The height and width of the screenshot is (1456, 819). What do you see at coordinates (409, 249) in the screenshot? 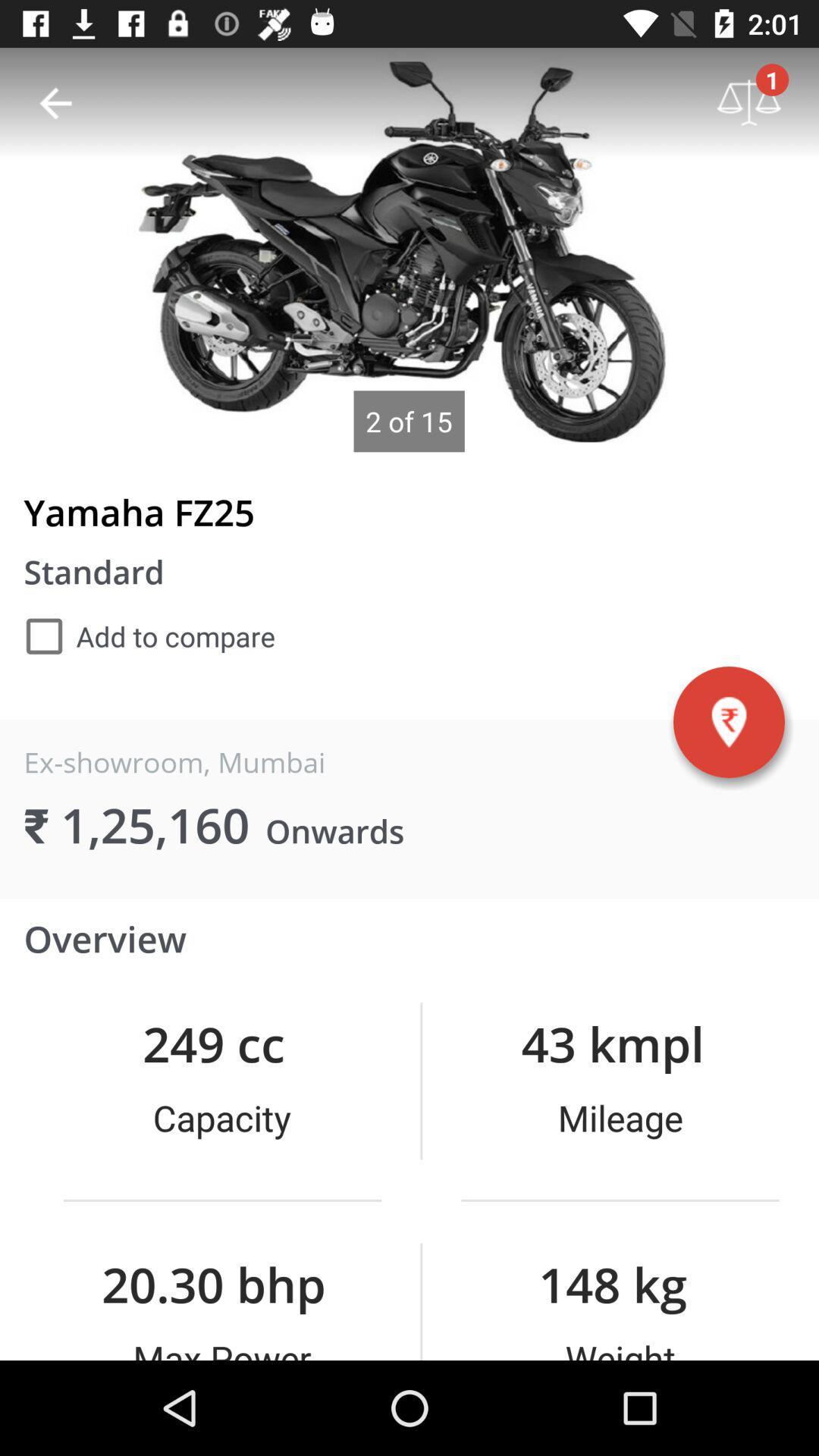
I see `picture space display` at bounding box center [409, 249].